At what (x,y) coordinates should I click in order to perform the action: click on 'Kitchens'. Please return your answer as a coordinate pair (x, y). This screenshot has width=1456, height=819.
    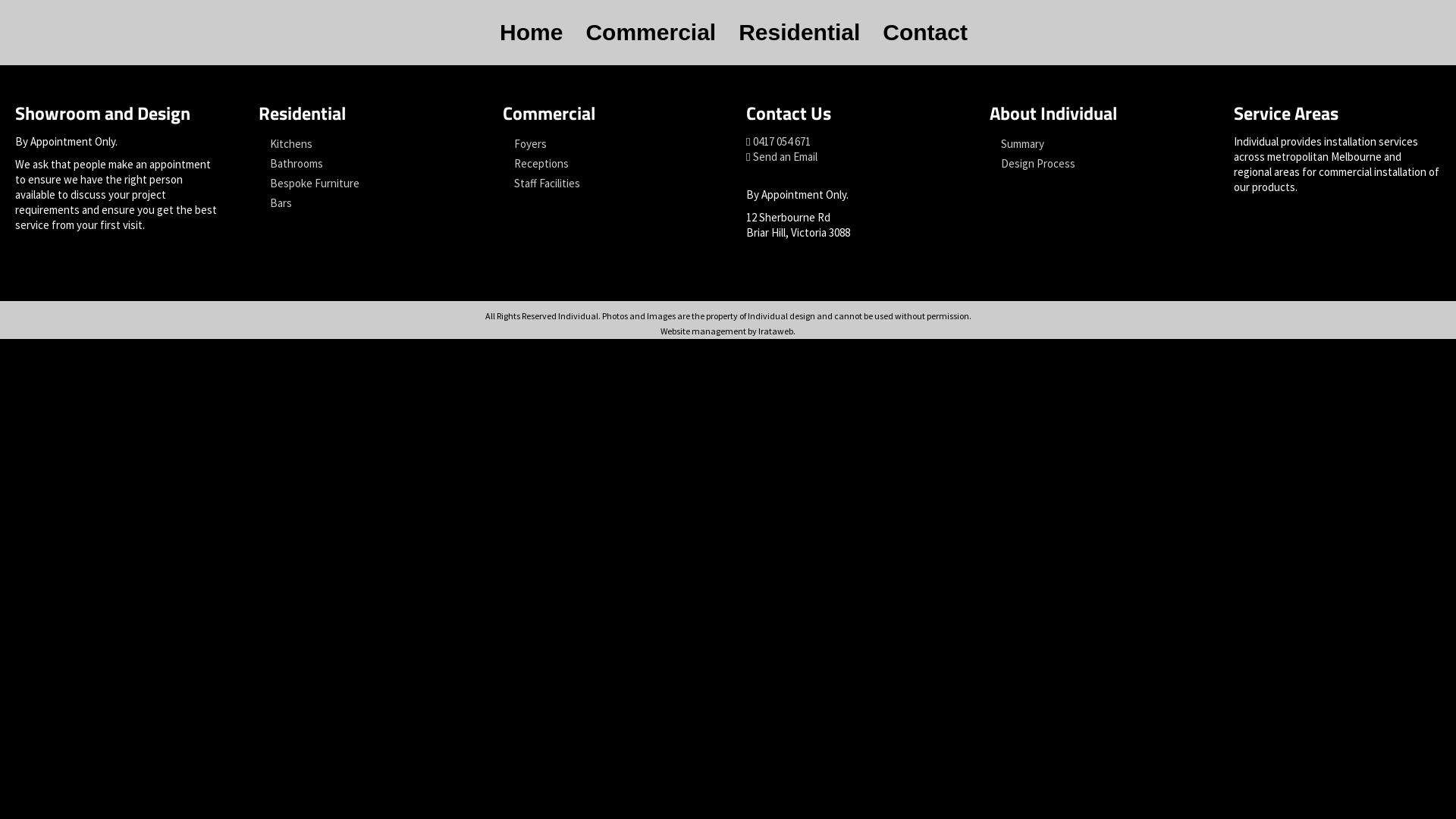
    Looking at the image, I should click on (361, 143).